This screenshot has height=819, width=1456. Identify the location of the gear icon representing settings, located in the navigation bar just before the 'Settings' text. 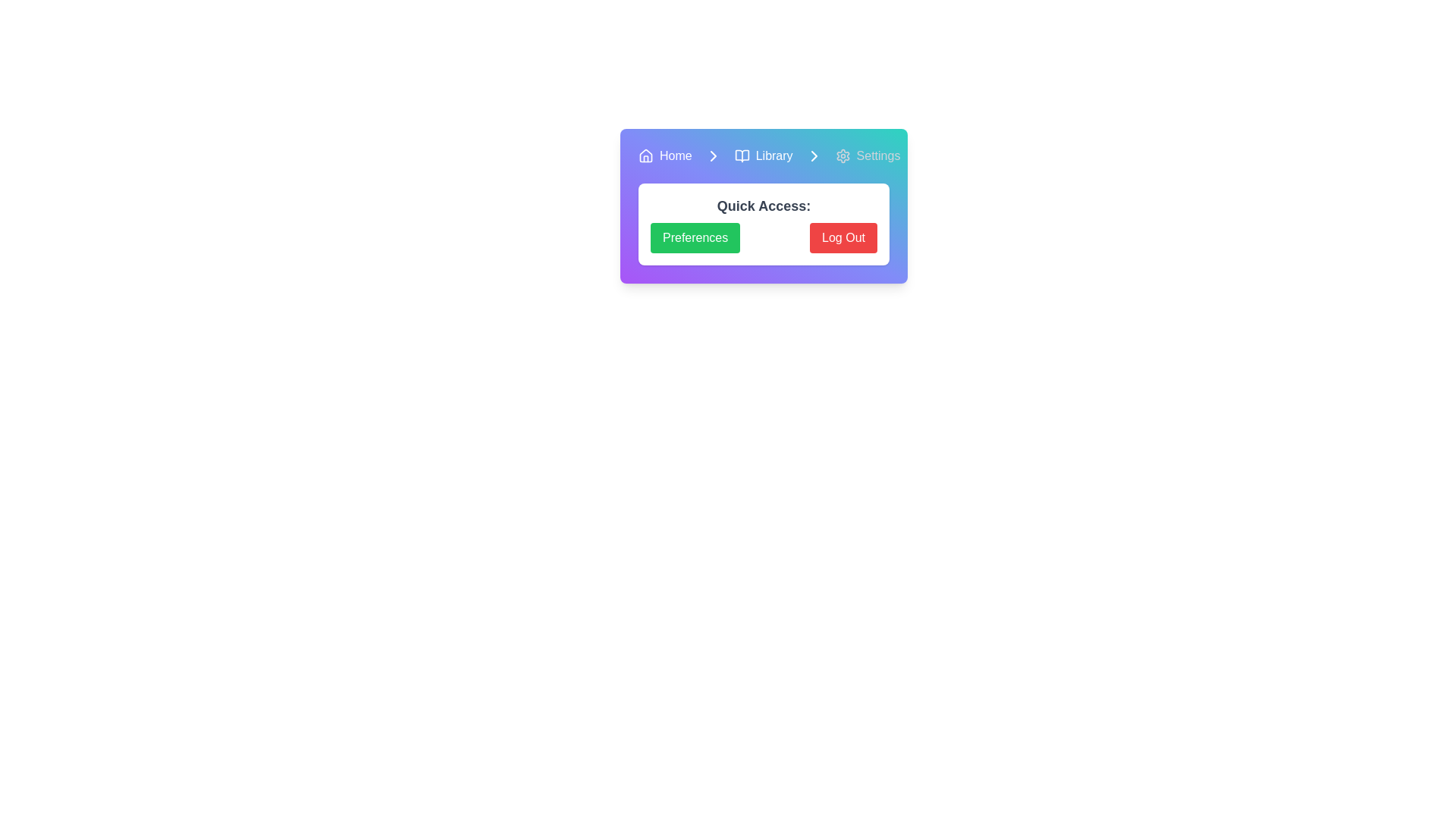
(842, 155).